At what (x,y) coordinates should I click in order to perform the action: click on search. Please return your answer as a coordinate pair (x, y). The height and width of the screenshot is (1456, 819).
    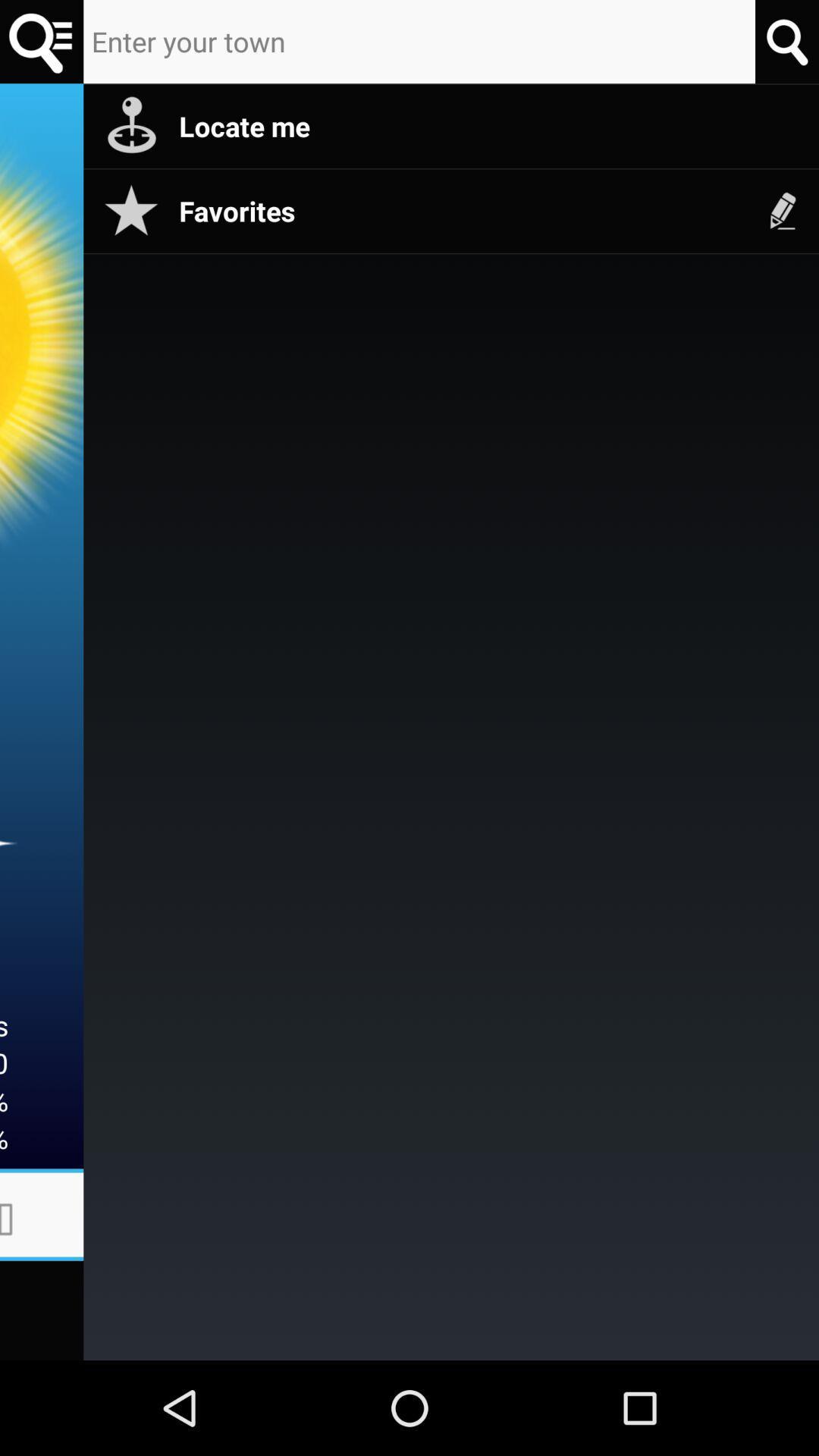
    Looking at the image, I should click on (41, 42).